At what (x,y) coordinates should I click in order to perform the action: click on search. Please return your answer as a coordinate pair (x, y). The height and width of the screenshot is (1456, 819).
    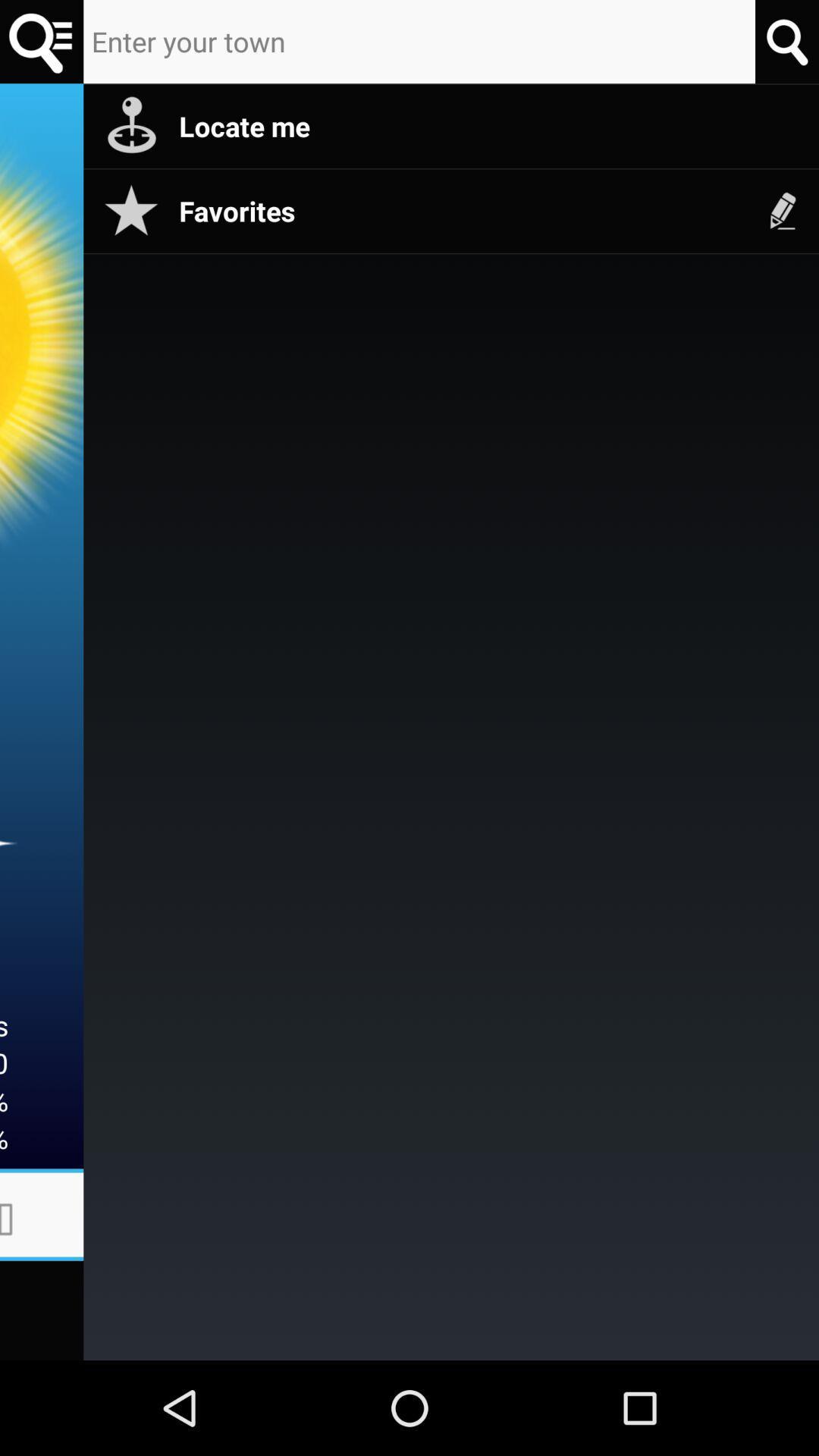
    Looking at the image, I should click on (41, 42).